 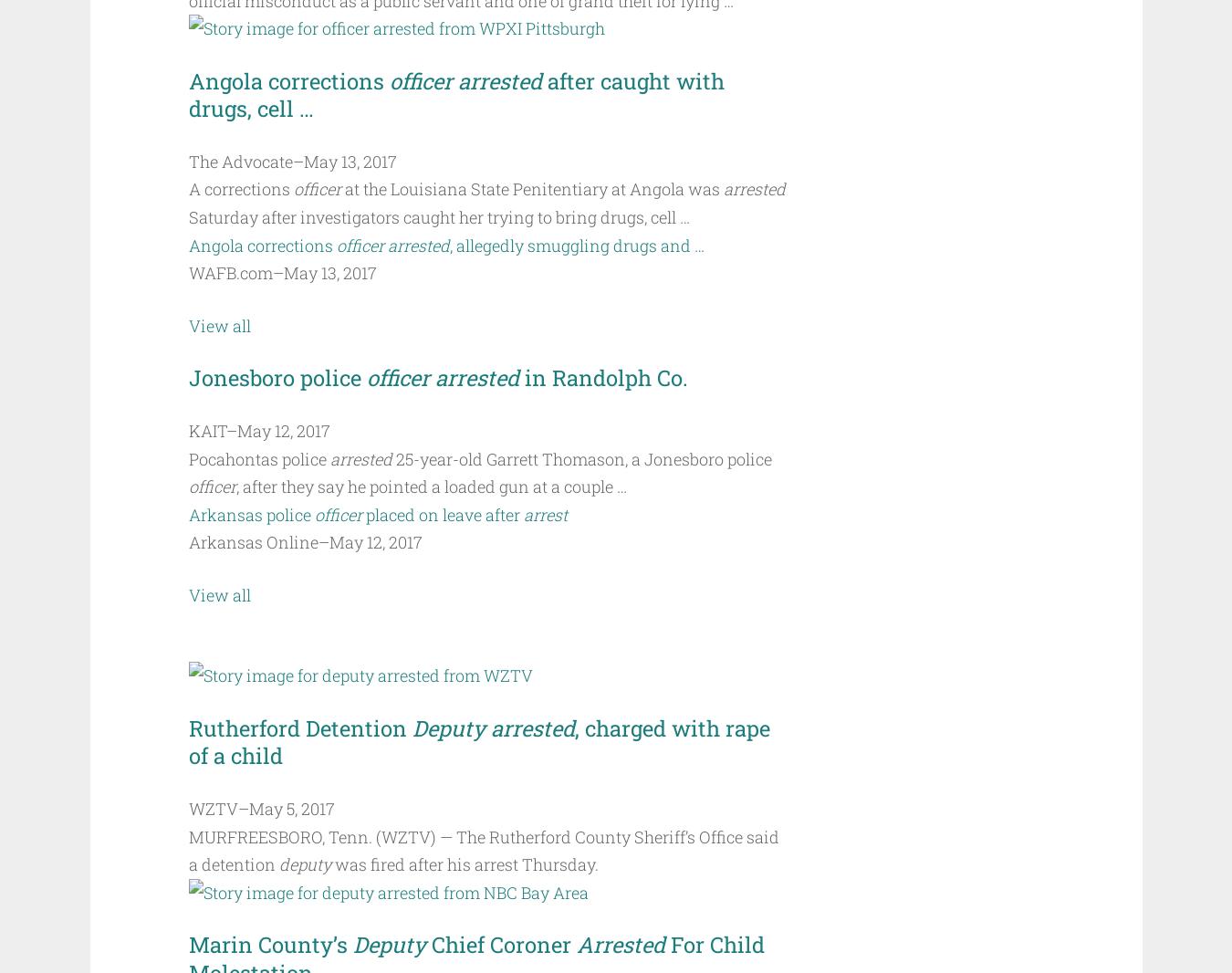 What do you see at coordinates (437, 216) in the screenshot?
I see `'Saturday after investigators caught her trying to bring drugs, cell …'` at bounding box center [437, 216].